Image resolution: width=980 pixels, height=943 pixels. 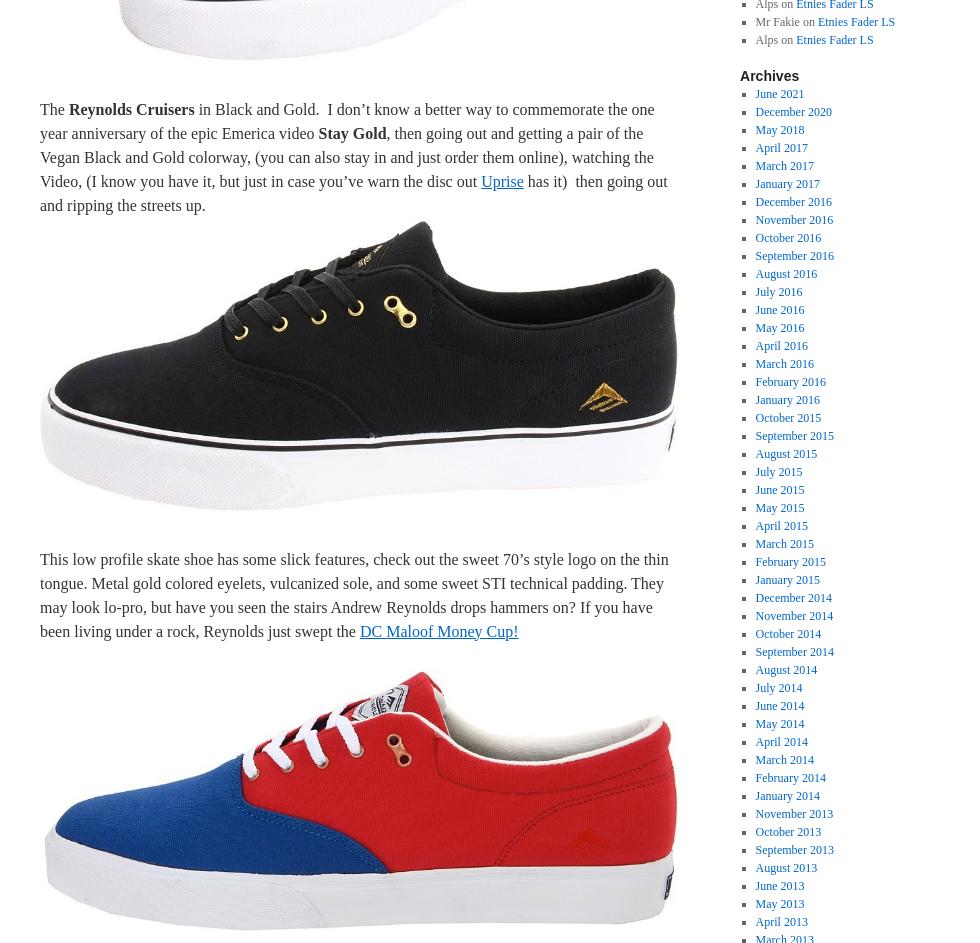 I want to click on 'The', so click(x=53, y=108).